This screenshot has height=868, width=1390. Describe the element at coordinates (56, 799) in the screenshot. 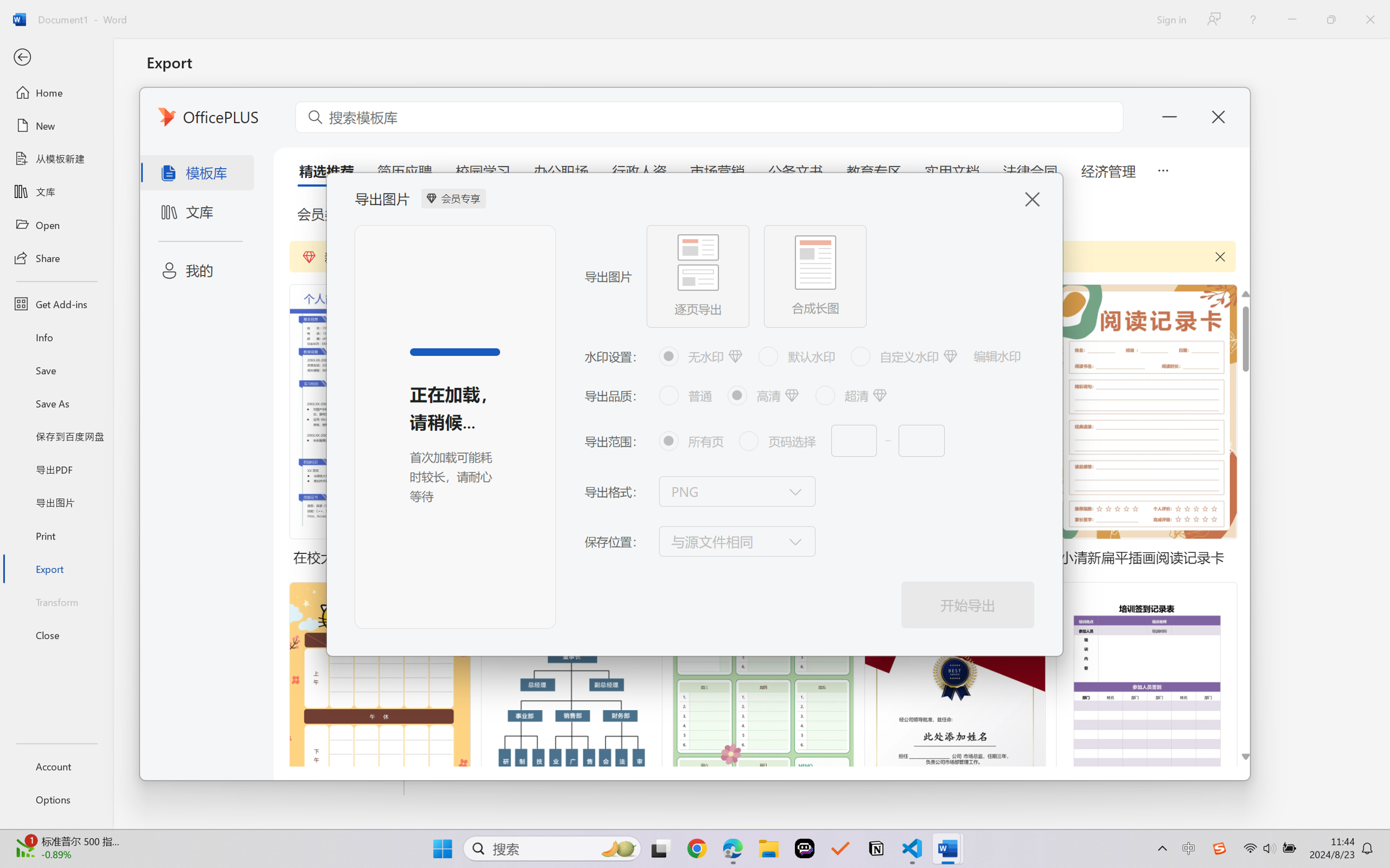

I see `'Options'` at that location.